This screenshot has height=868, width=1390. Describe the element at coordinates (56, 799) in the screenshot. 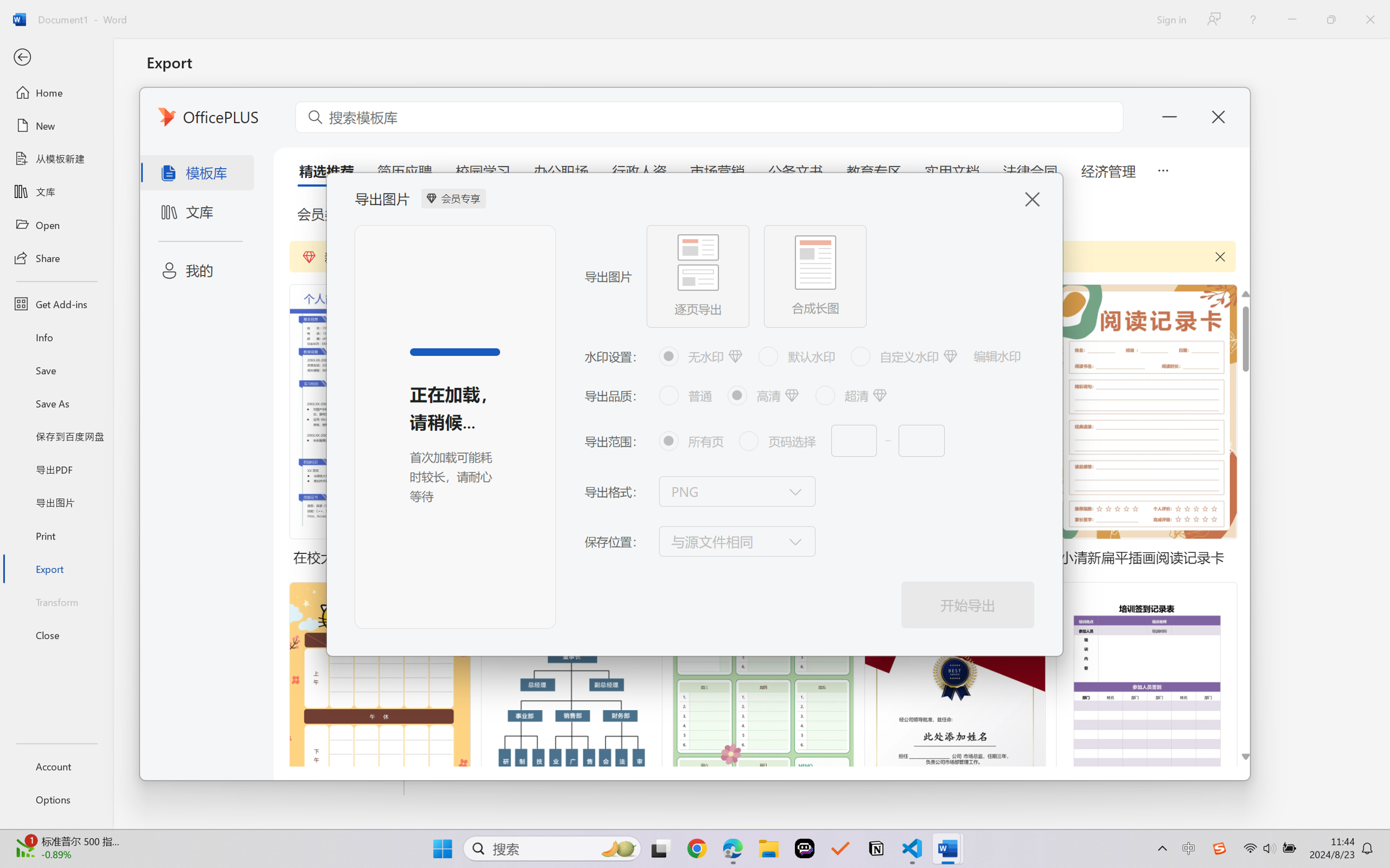

I see `'Options'` at that location.